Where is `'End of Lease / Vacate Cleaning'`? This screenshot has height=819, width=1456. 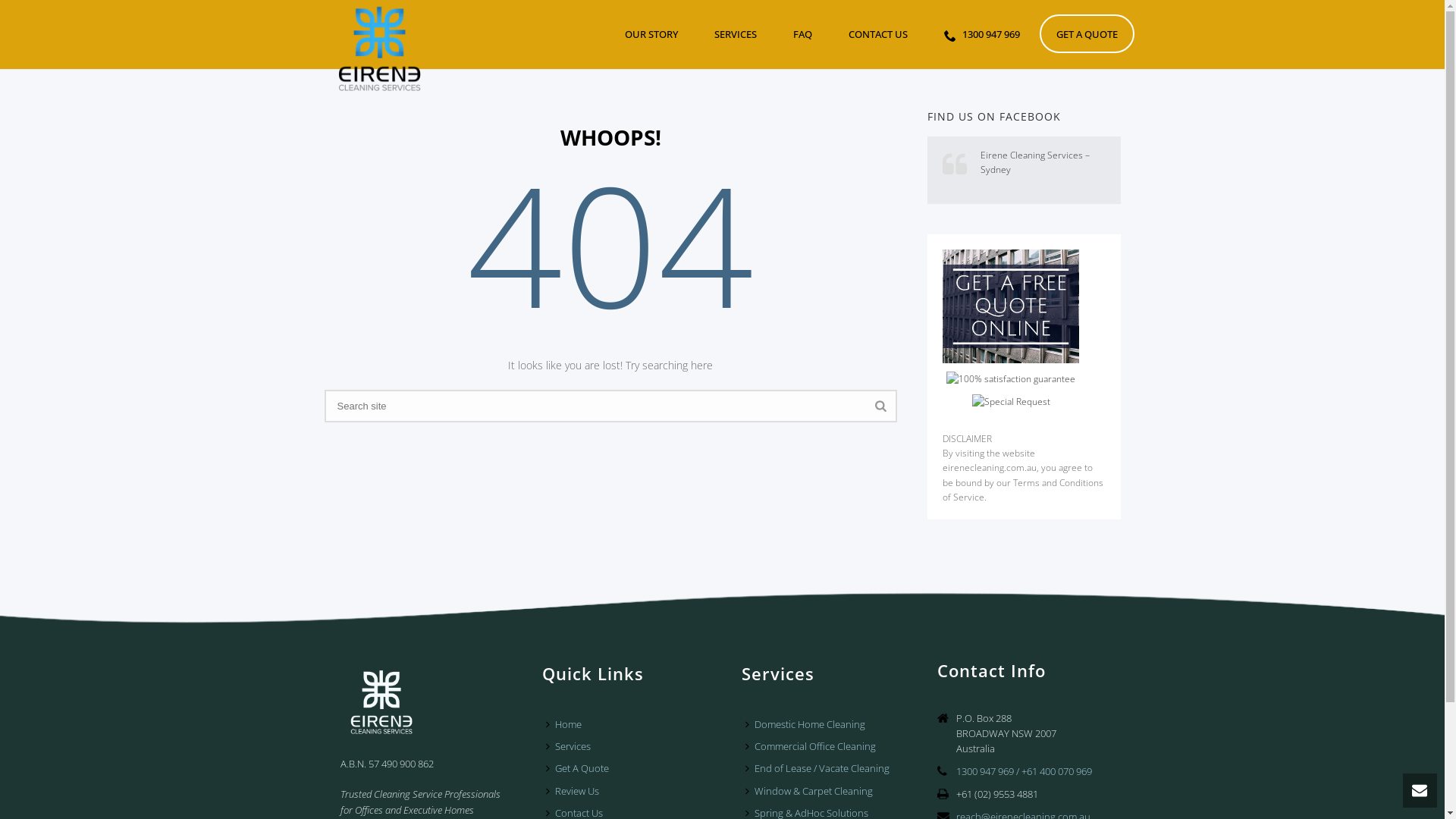
'End of Lease / Vacate Cleaning' is located at coordinates (821, 768).